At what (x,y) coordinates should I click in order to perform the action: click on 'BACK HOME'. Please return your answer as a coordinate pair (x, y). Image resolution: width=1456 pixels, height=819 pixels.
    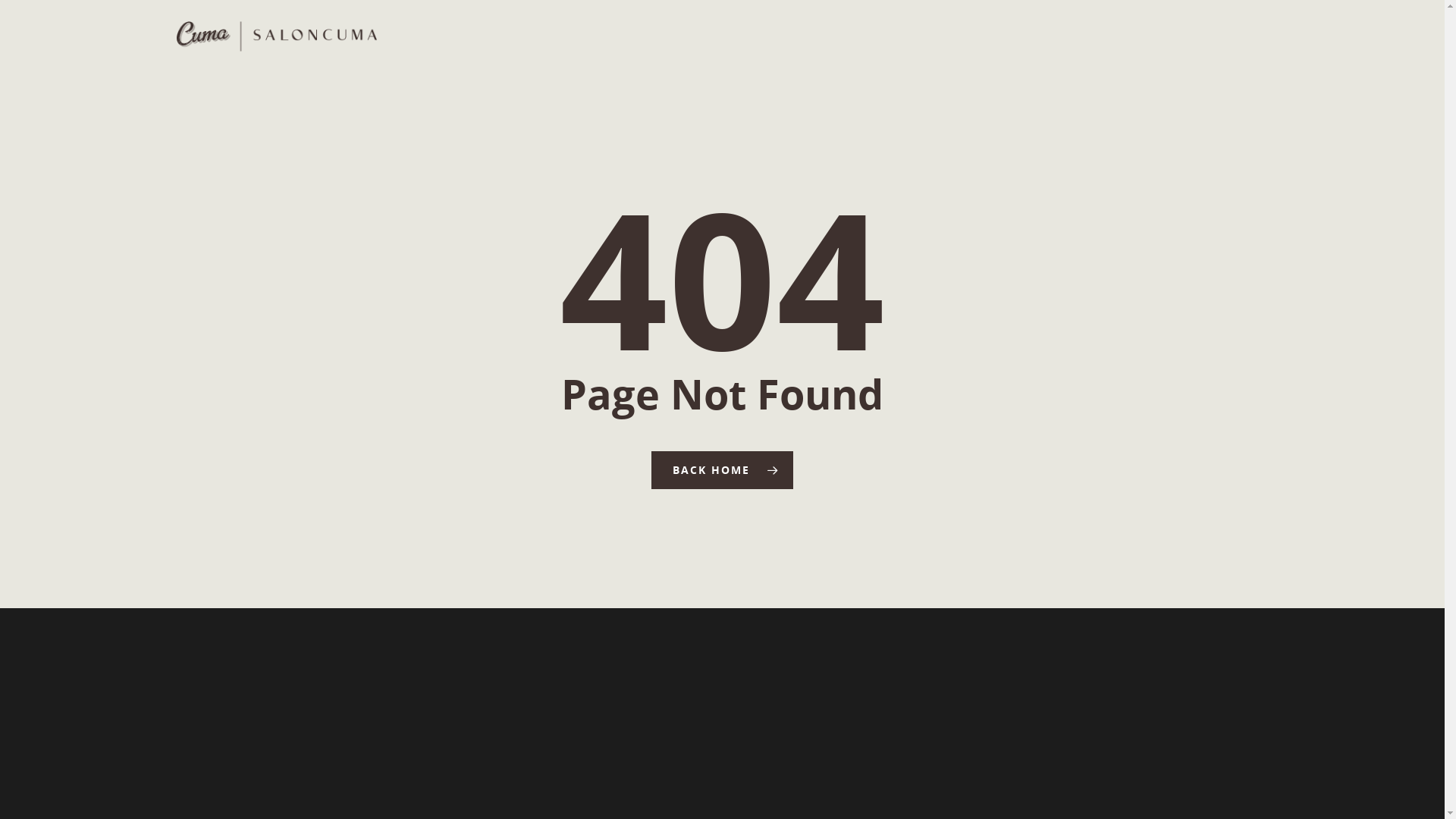
    Looking at the image, I should click on (721, 469).